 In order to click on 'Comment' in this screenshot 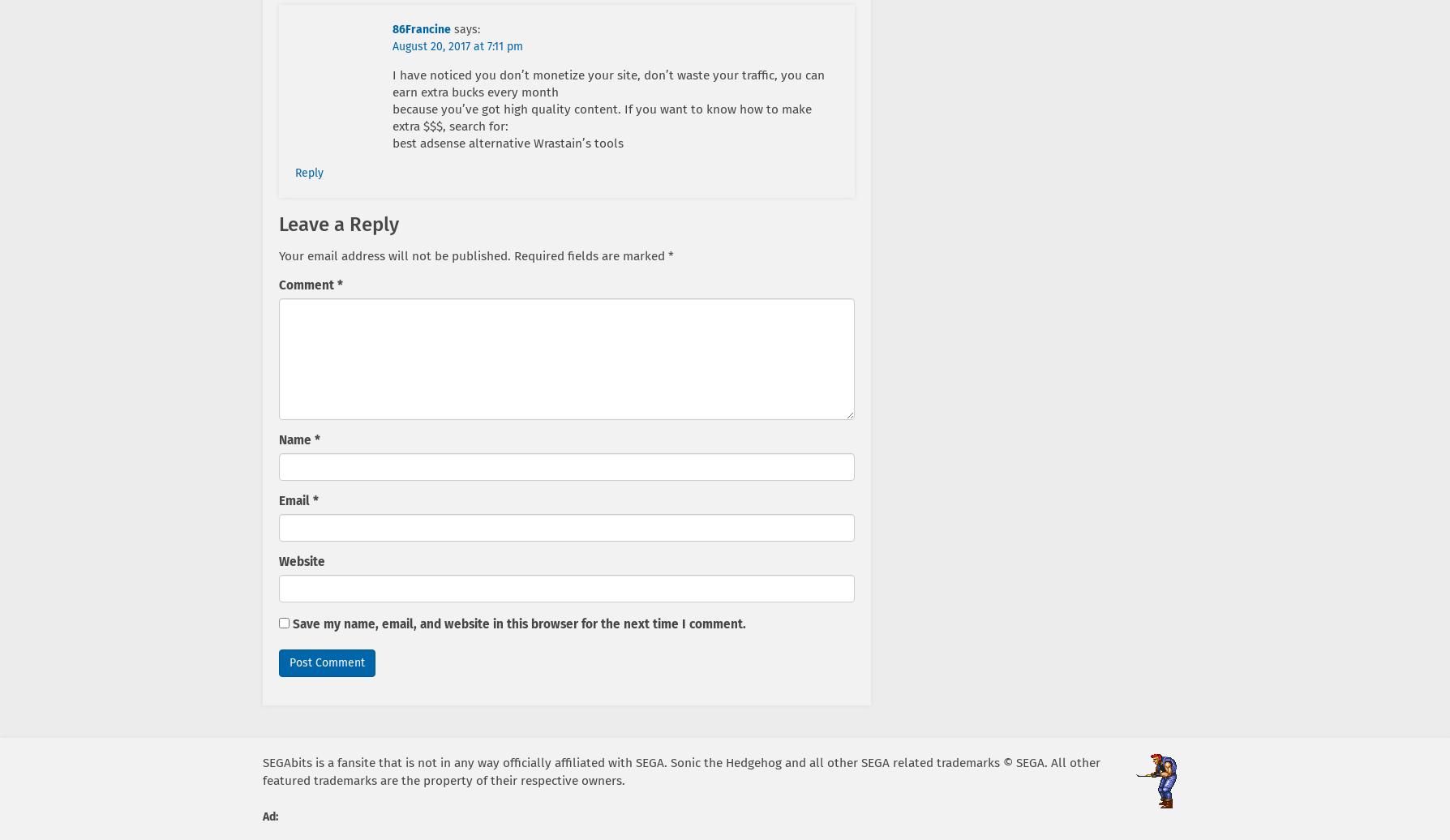, I will do `click(307, 284)`.